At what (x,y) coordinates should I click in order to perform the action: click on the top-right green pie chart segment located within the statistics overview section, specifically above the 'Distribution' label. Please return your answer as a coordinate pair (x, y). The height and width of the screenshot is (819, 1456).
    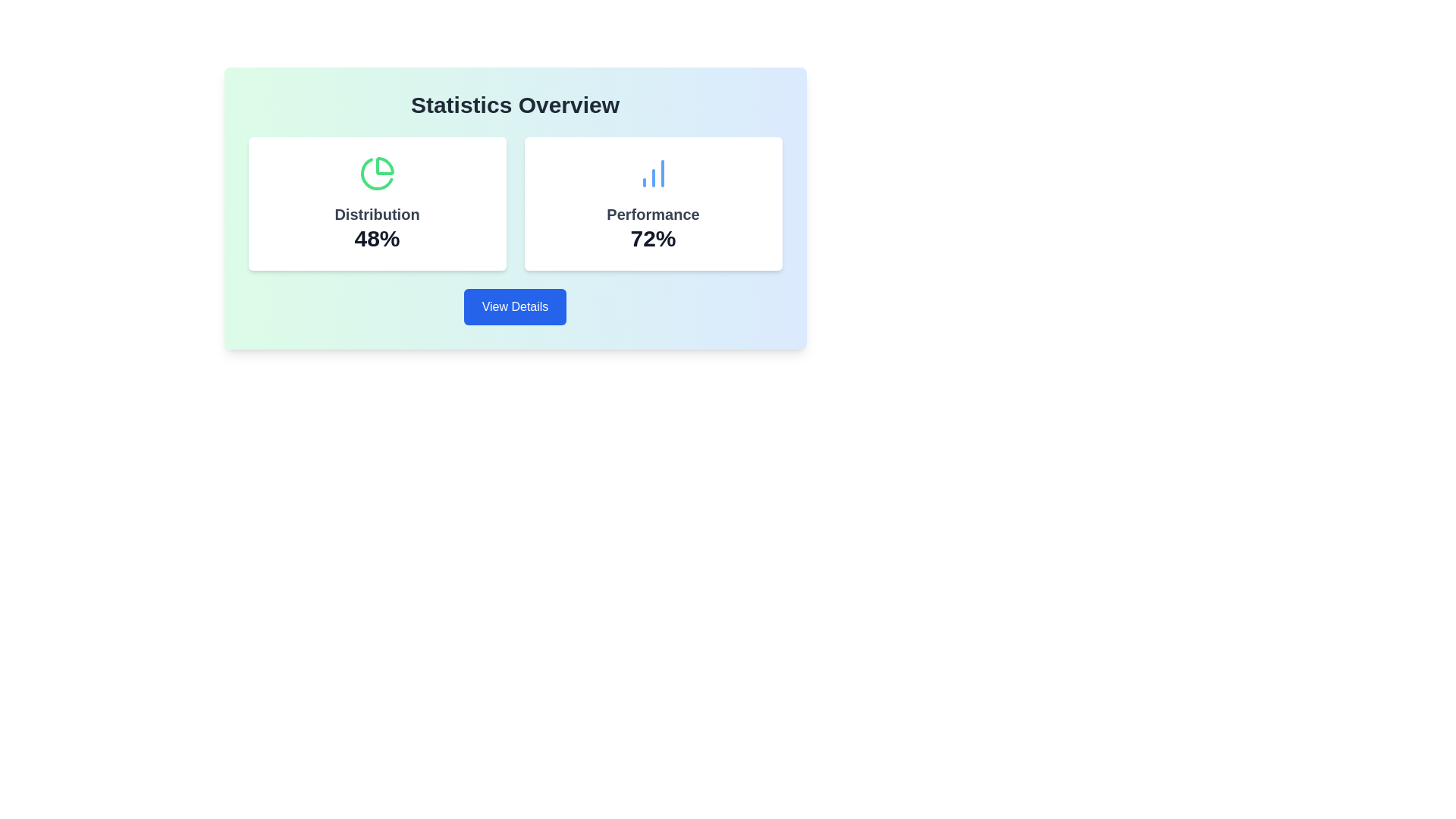
    Looking at the image, I should click on (384, 166).